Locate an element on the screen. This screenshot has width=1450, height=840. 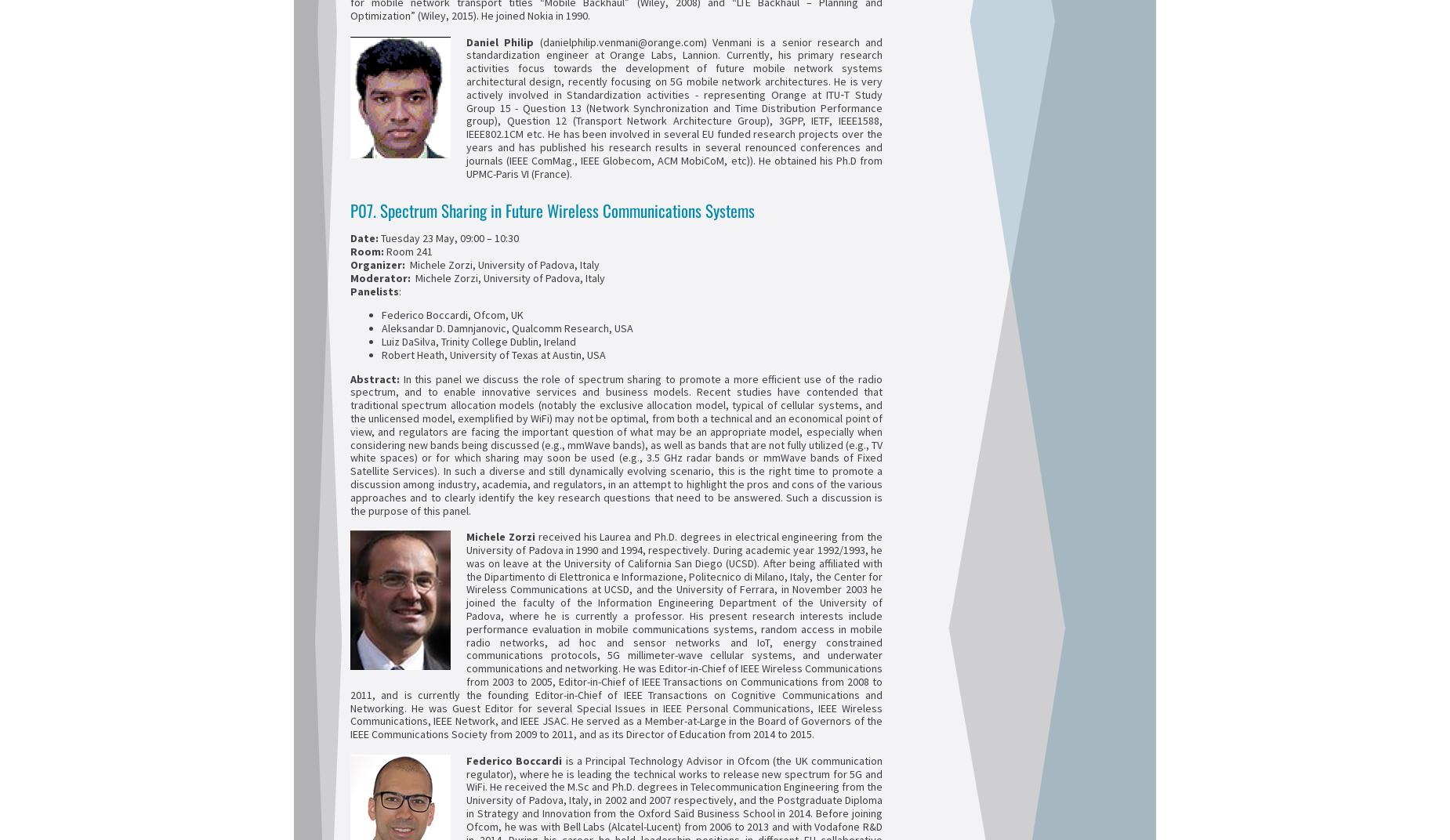
'Organizer:' is located at coordinates (377, 265).